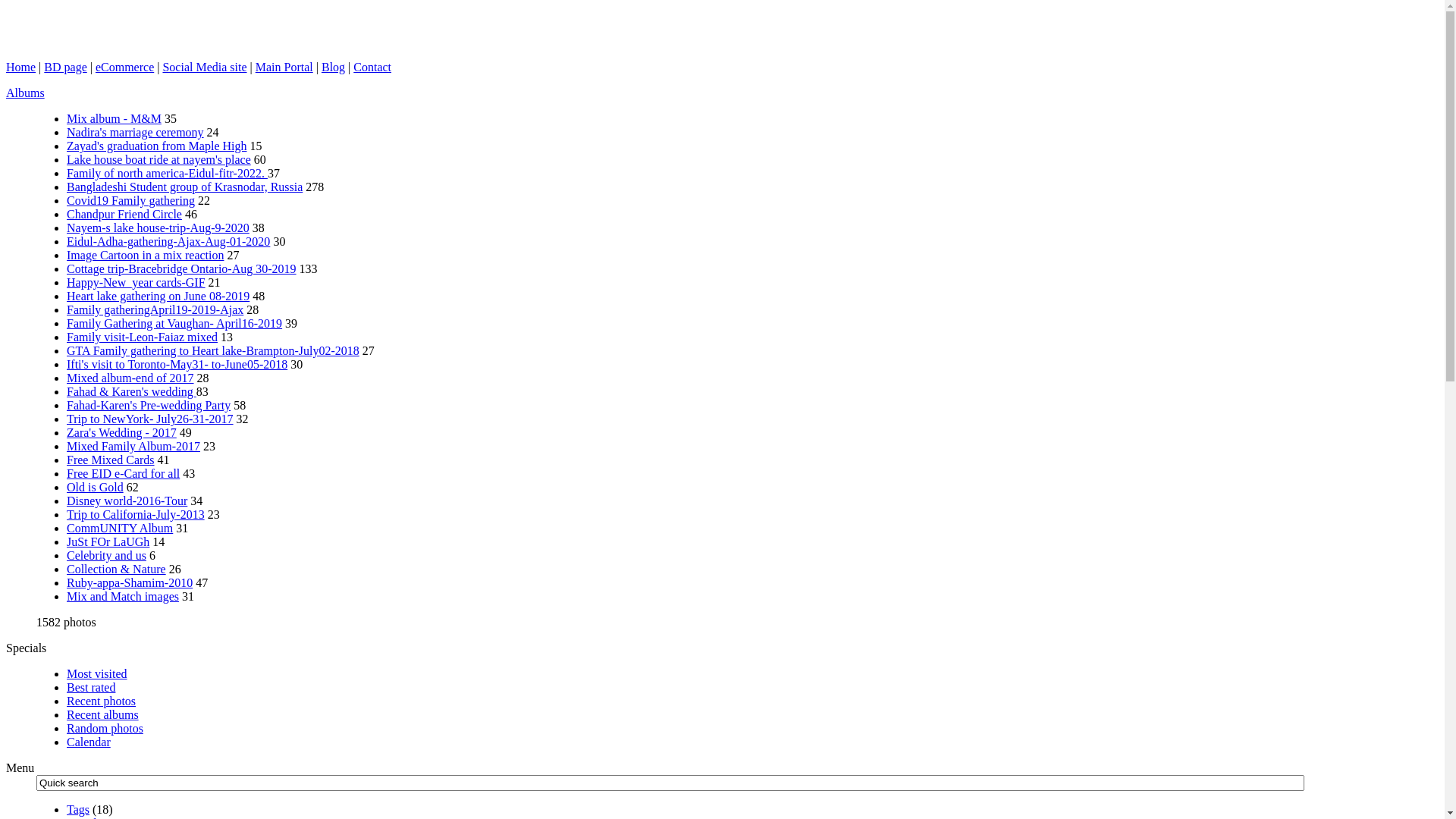 Image resolution: width=1456 pixels, height=819 pixels. What do you see at coordinates (130, 377) in the screenshot?
I see `'Mixed album-end of 2017'` at bounding box center [130, 377].